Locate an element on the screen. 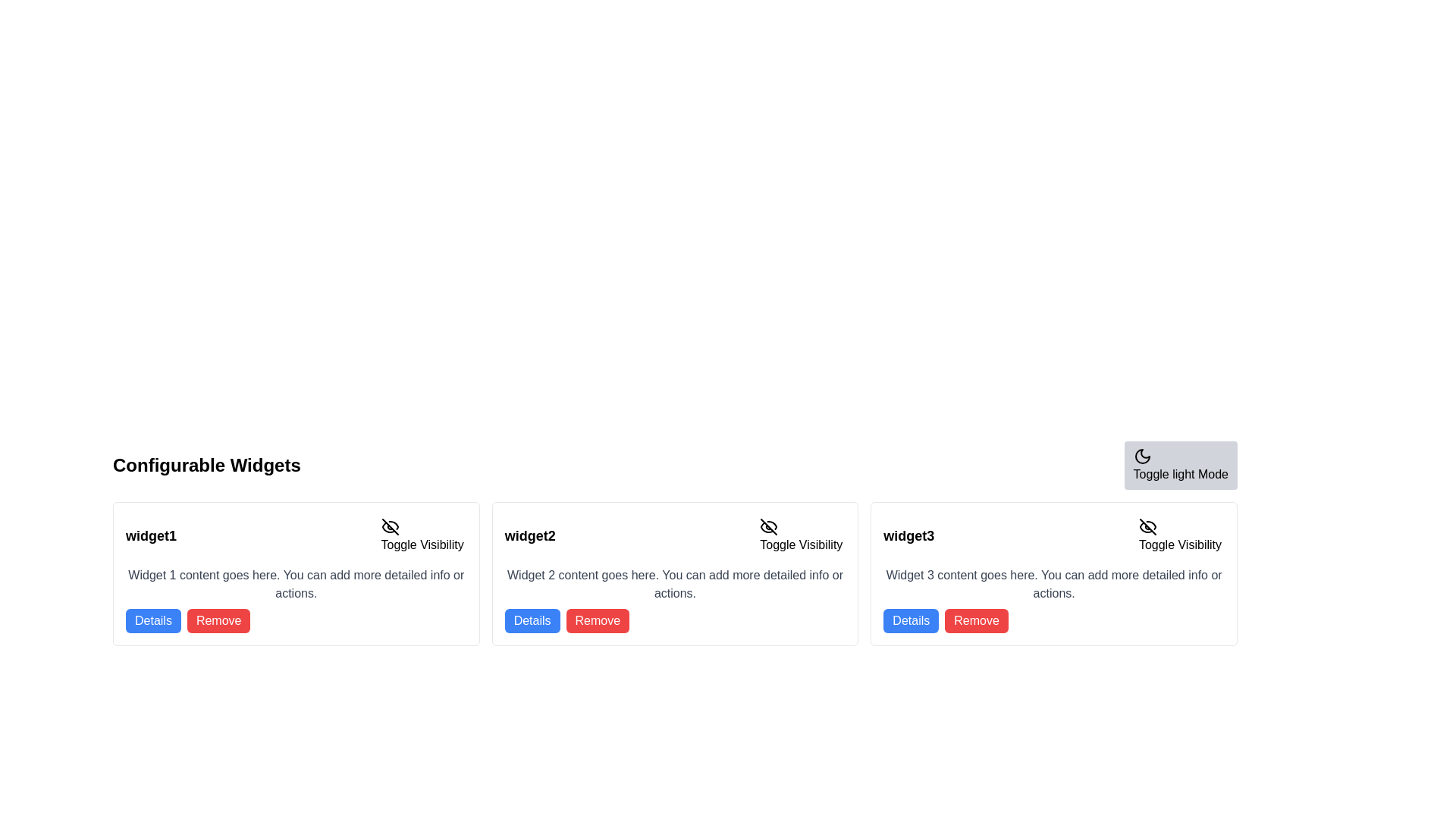  the button located in the actions section of the second widget (widget2) is located at coordinates (532, 620).